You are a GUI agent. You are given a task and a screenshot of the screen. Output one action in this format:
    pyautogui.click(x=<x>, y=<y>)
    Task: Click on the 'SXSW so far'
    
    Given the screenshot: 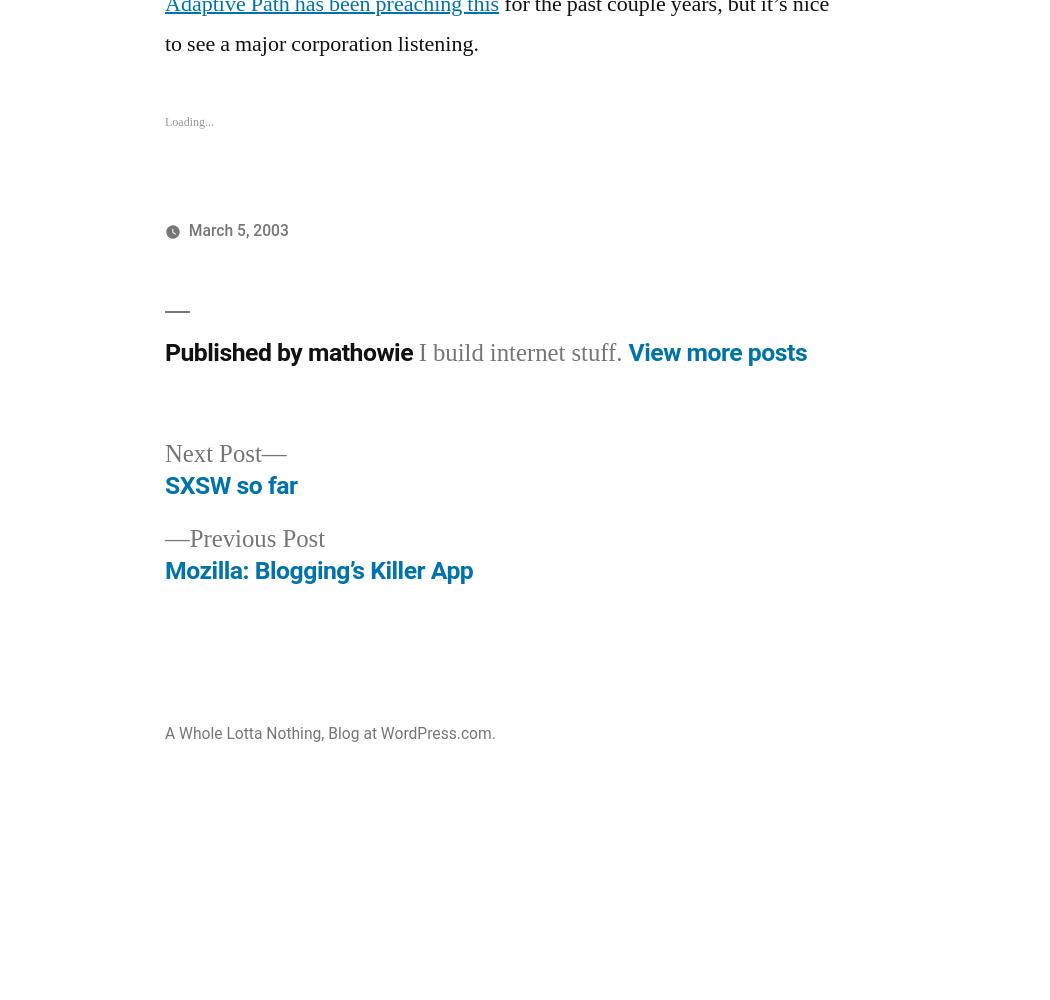 What is the action you would take?
    pyautogui.click(x=231, y=484)
    